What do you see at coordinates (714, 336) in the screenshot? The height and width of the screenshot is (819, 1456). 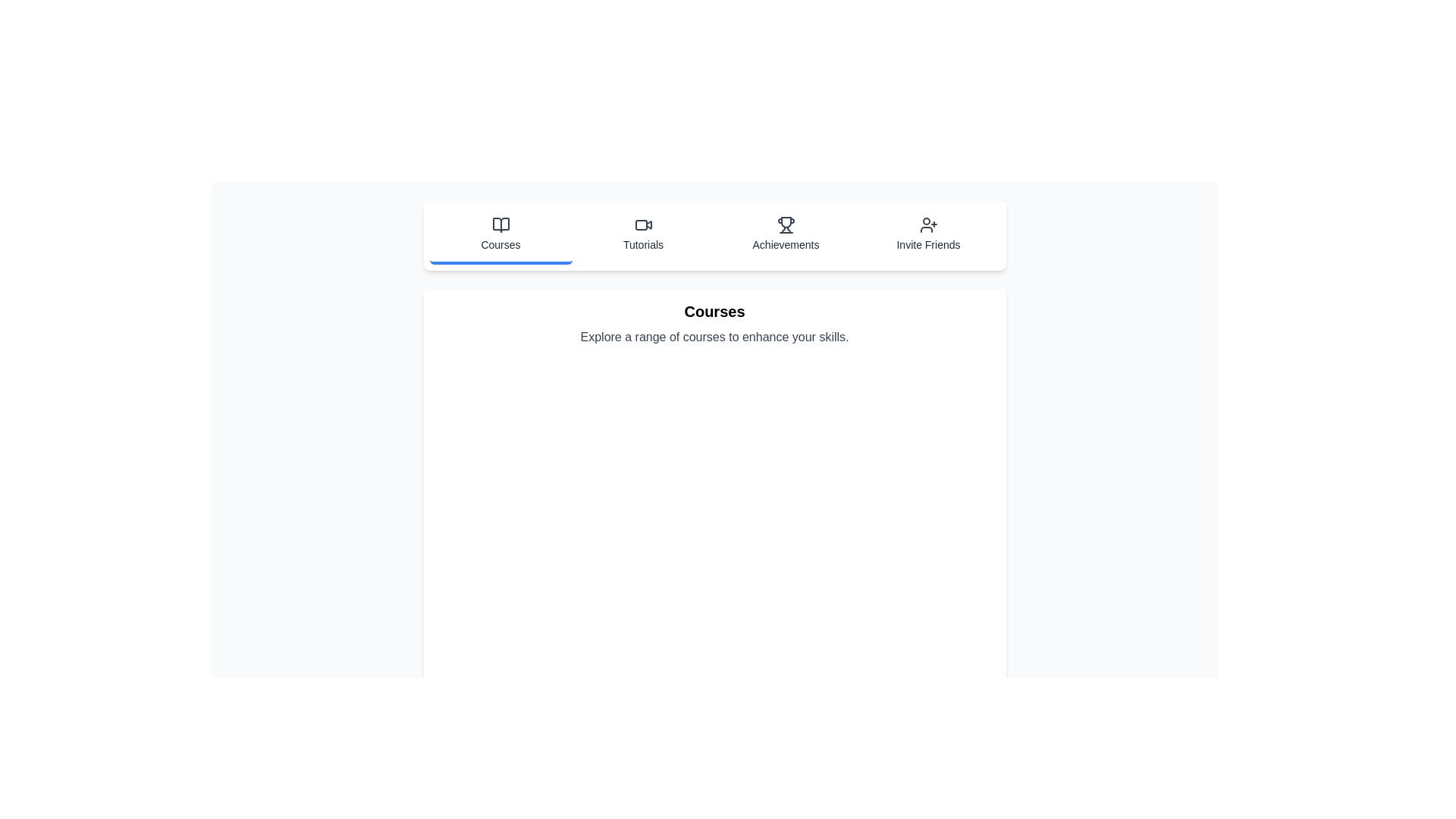 I see `the descriptive text block located directly underneath the 'Courses' heading, positioned towards the center of the page` at bounding box center [714, 336].